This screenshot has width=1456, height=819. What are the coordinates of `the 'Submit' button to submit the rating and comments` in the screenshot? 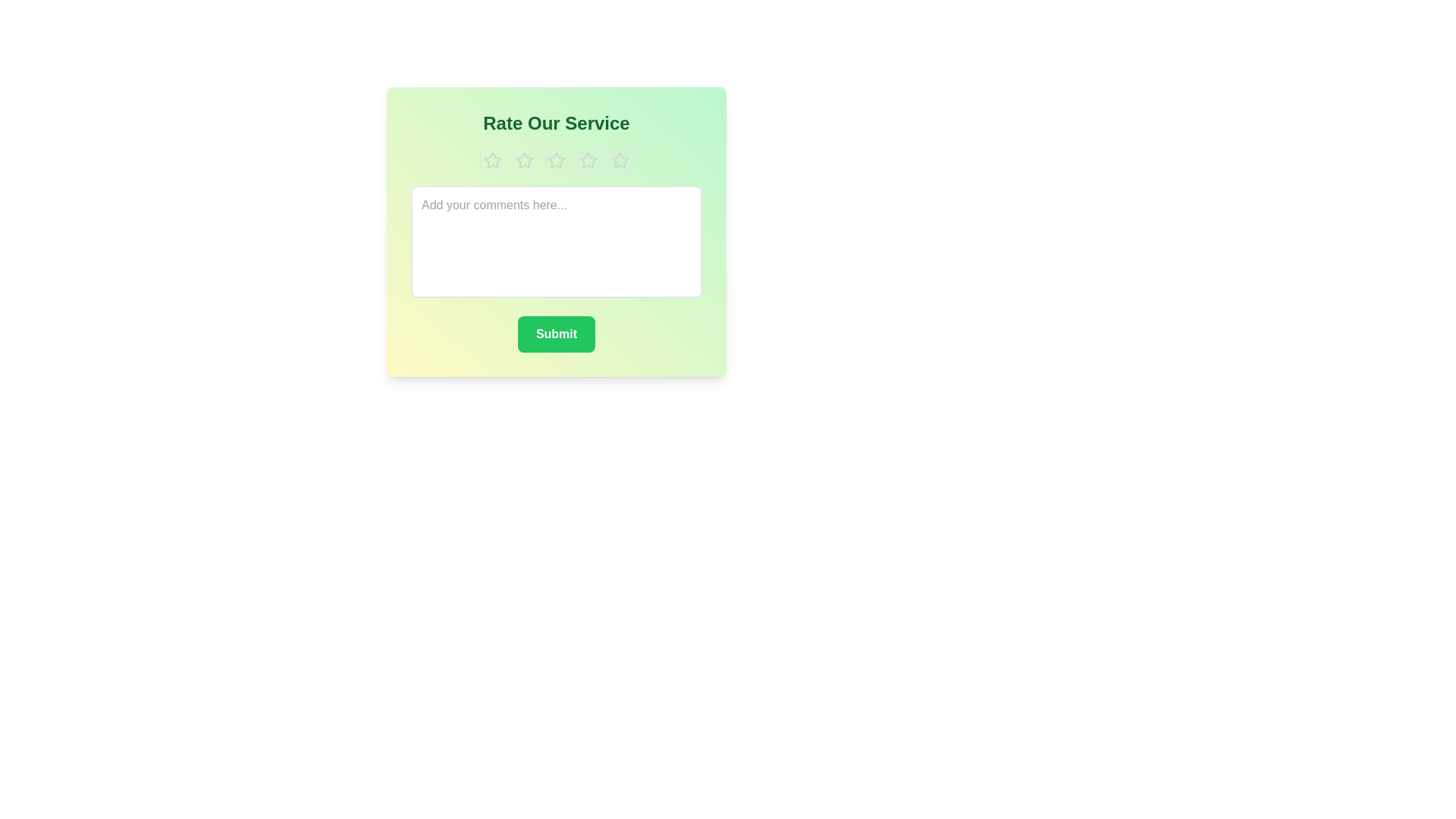 It's located at (556, 333).